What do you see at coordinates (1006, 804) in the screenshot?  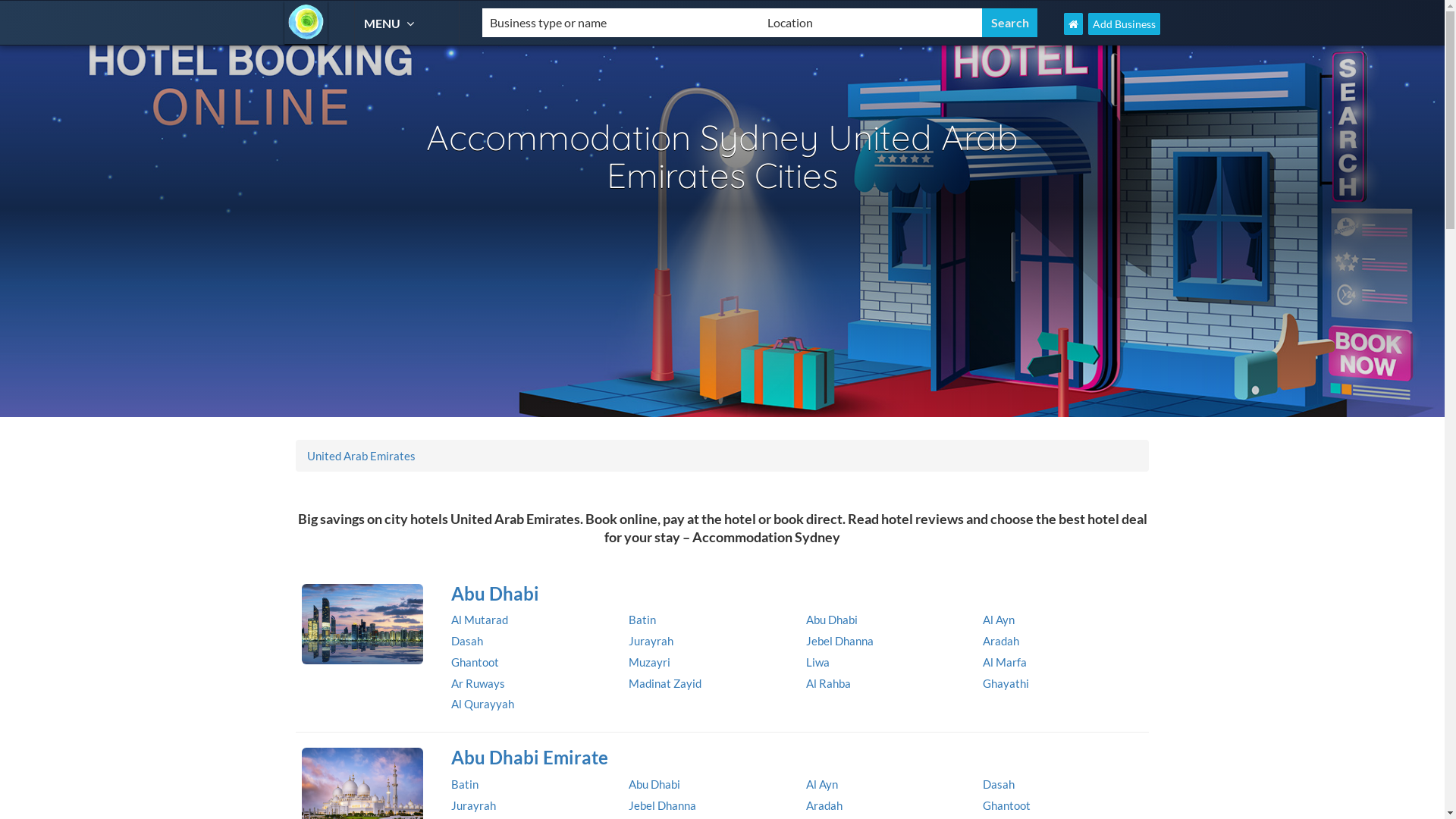 I see `'Ghantoot'` at bounding box center [1006, 804].